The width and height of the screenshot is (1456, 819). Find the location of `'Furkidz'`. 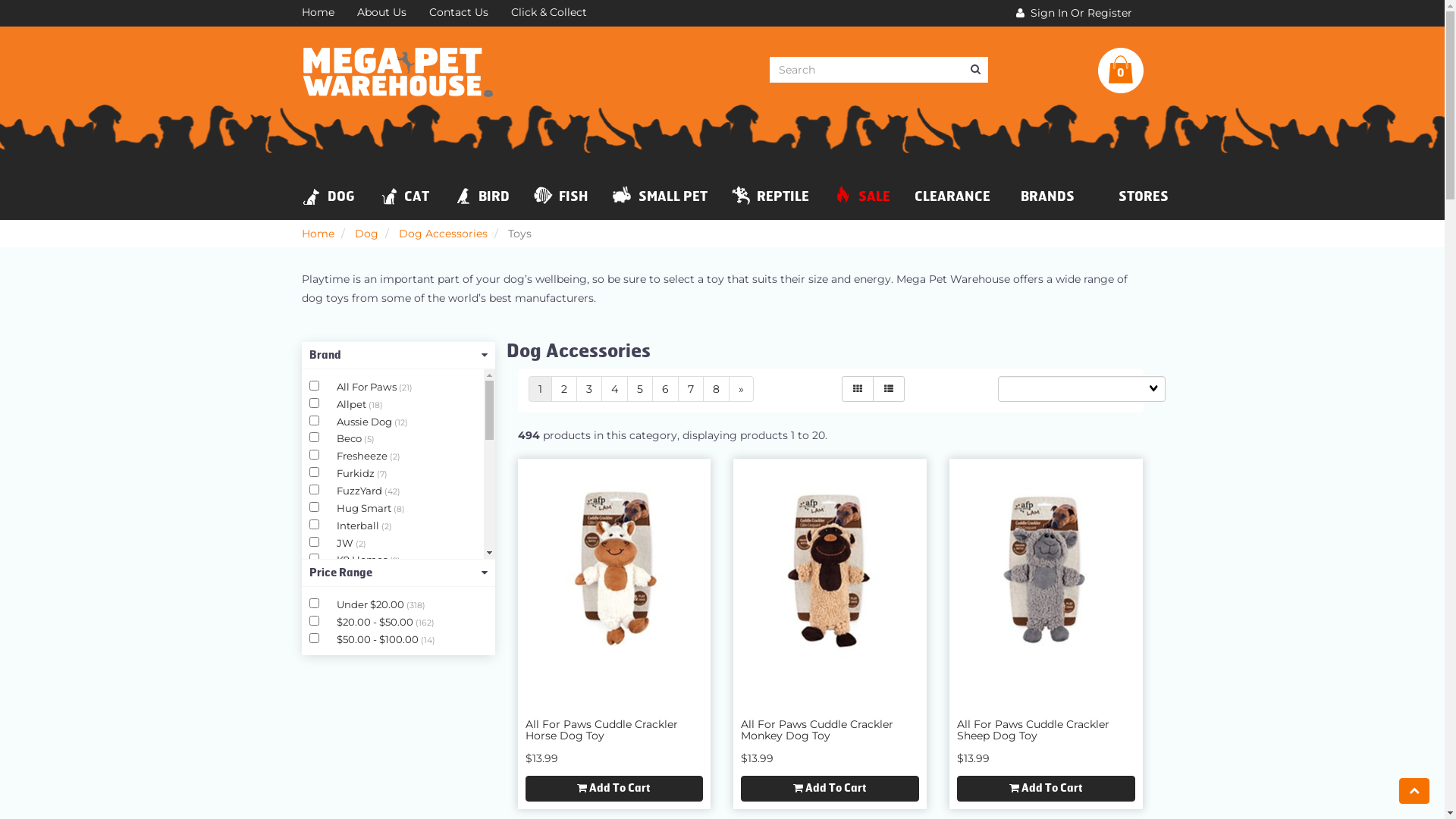

'Furkidz' is located at coordinates (356, 472).